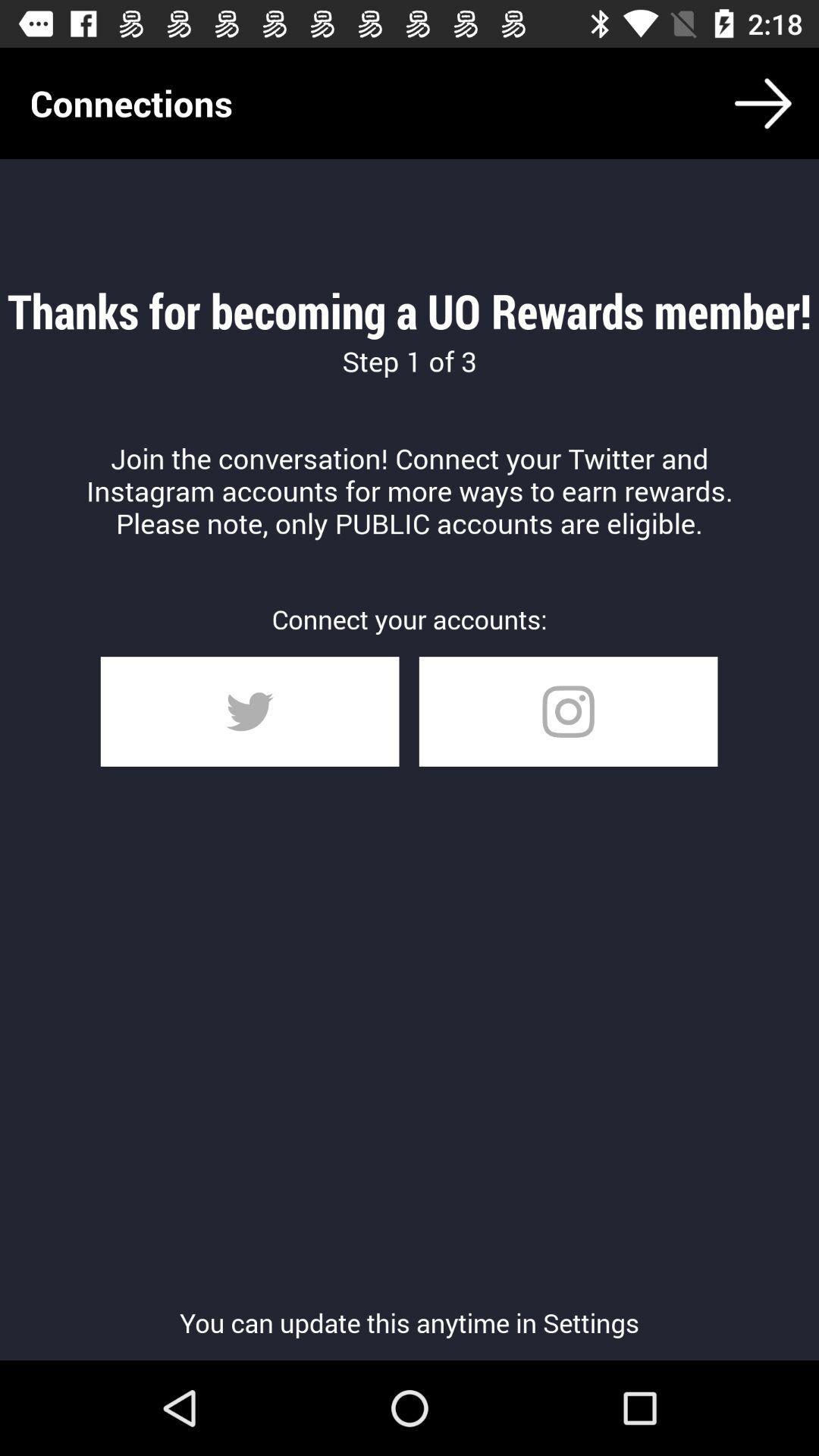 The height and width of the screenshot is (1456, 819). What do you see at coordinates (763, 102) in the screenshot?
I see `the item at the top right corner` at bounding box center [763, 102].